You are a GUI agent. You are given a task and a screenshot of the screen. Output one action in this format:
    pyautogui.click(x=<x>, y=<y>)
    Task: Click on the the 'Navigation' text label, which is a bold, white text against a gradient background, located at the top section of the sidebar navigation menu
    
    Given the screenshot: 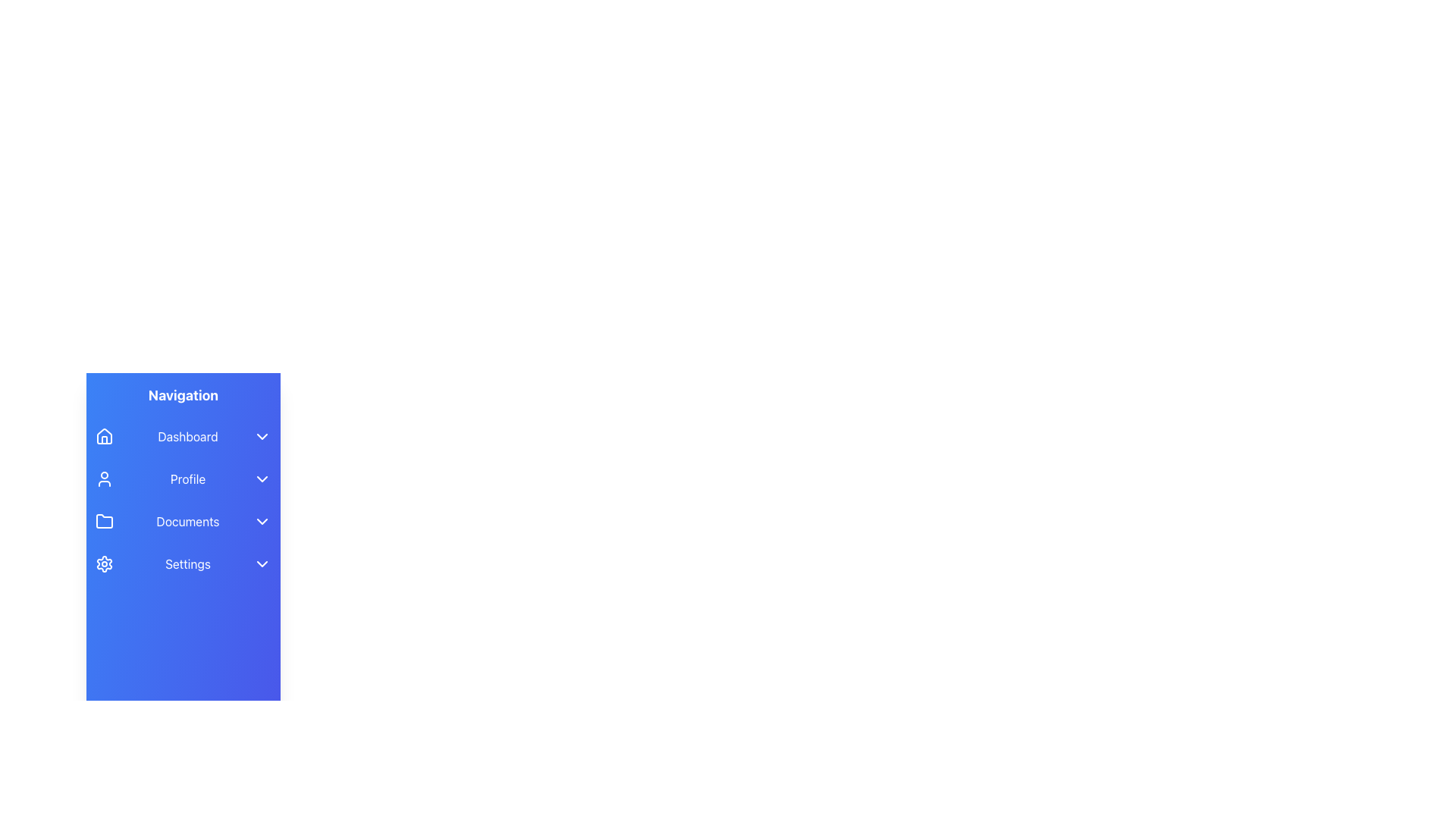 What is the action you would take?
    pyautogui.click(x=182, y=394)
    